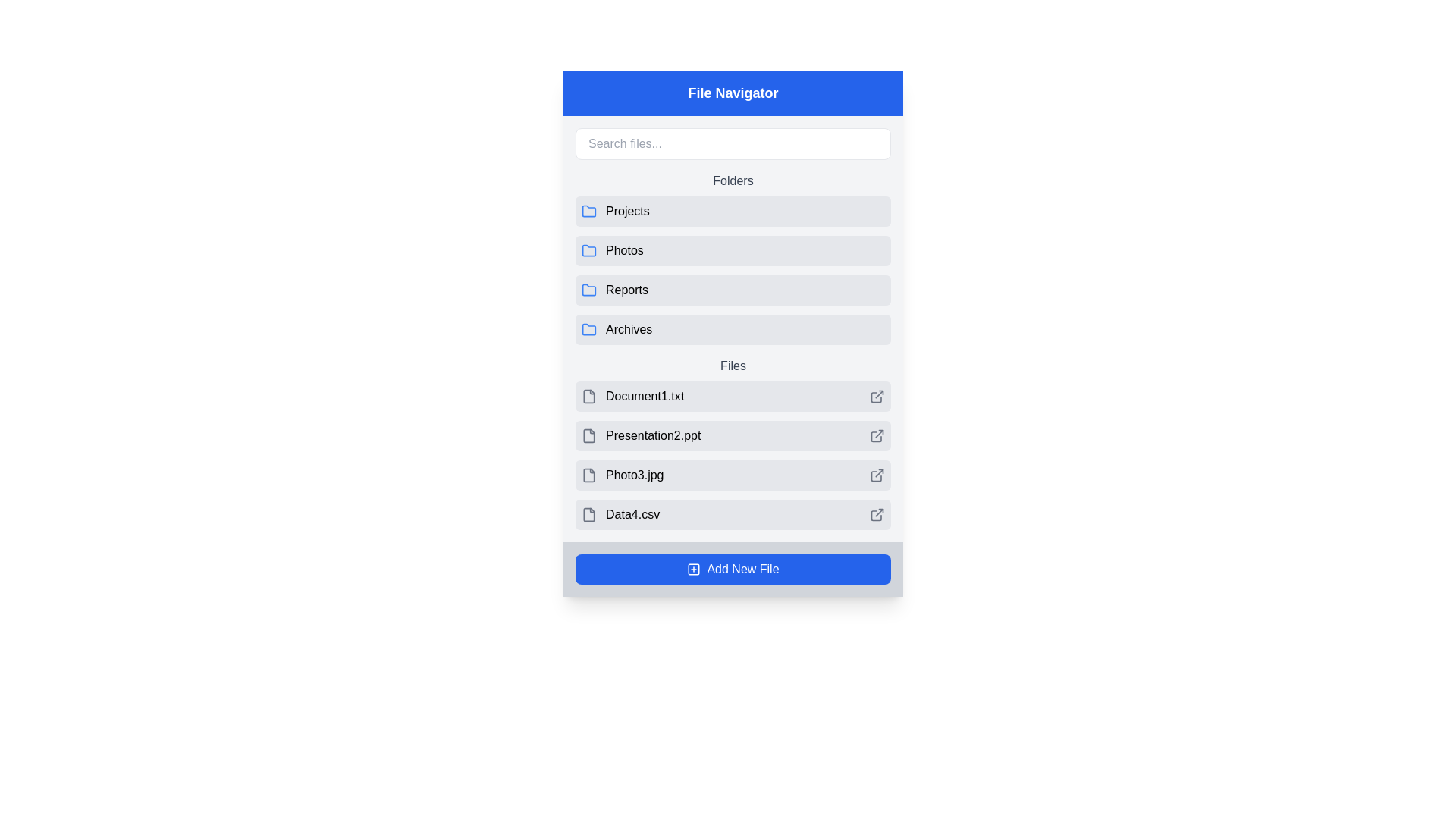  What do you see at coordinates (588, 513) in the screenshot?
I see `the decorative file icon located to the left of the label 'Data4.csv' in the file list section under the 'Files' category` at bounding box center [588, 513].